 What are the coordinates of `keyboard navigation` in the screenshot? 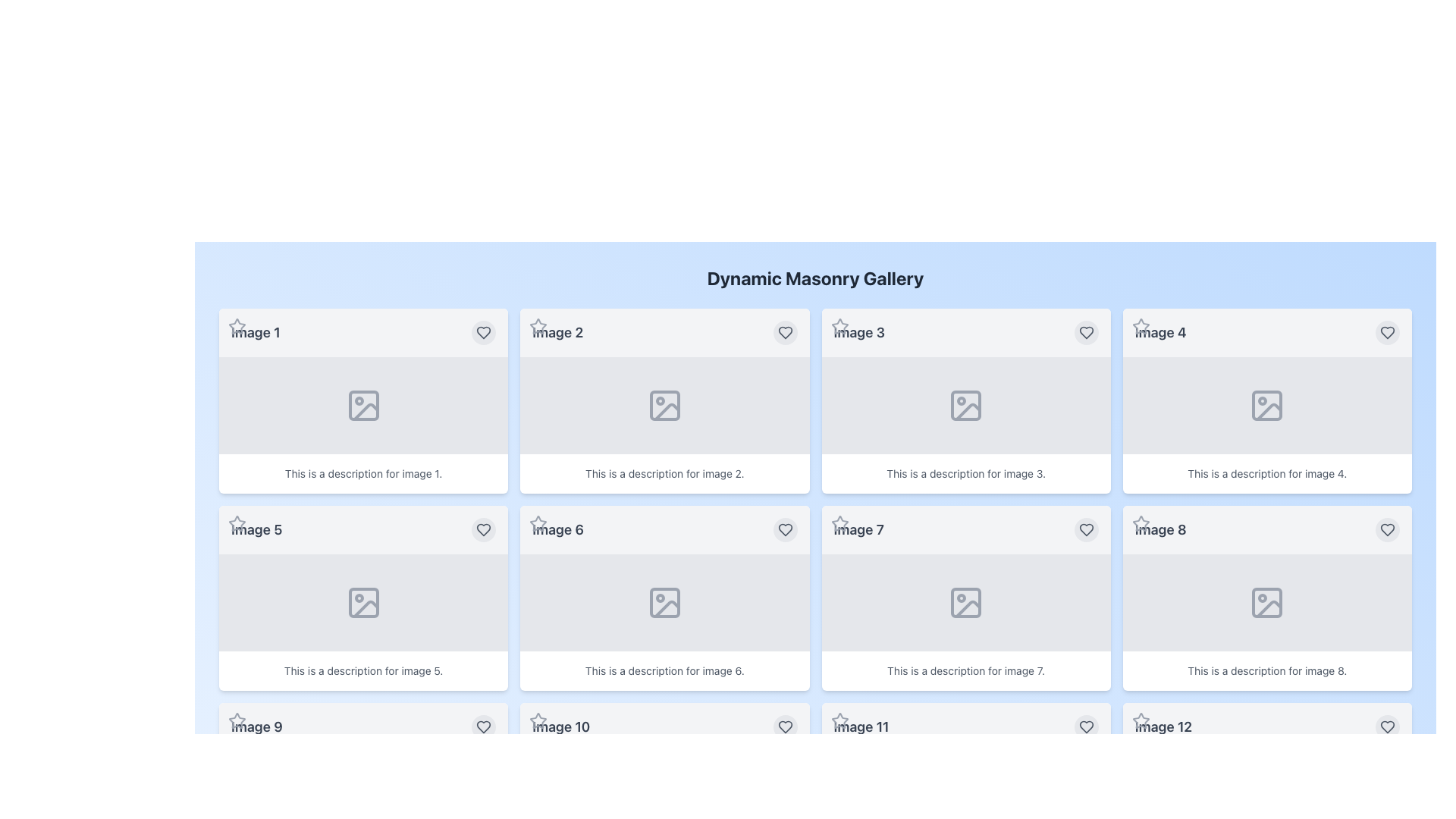 It's located at (839, 325).